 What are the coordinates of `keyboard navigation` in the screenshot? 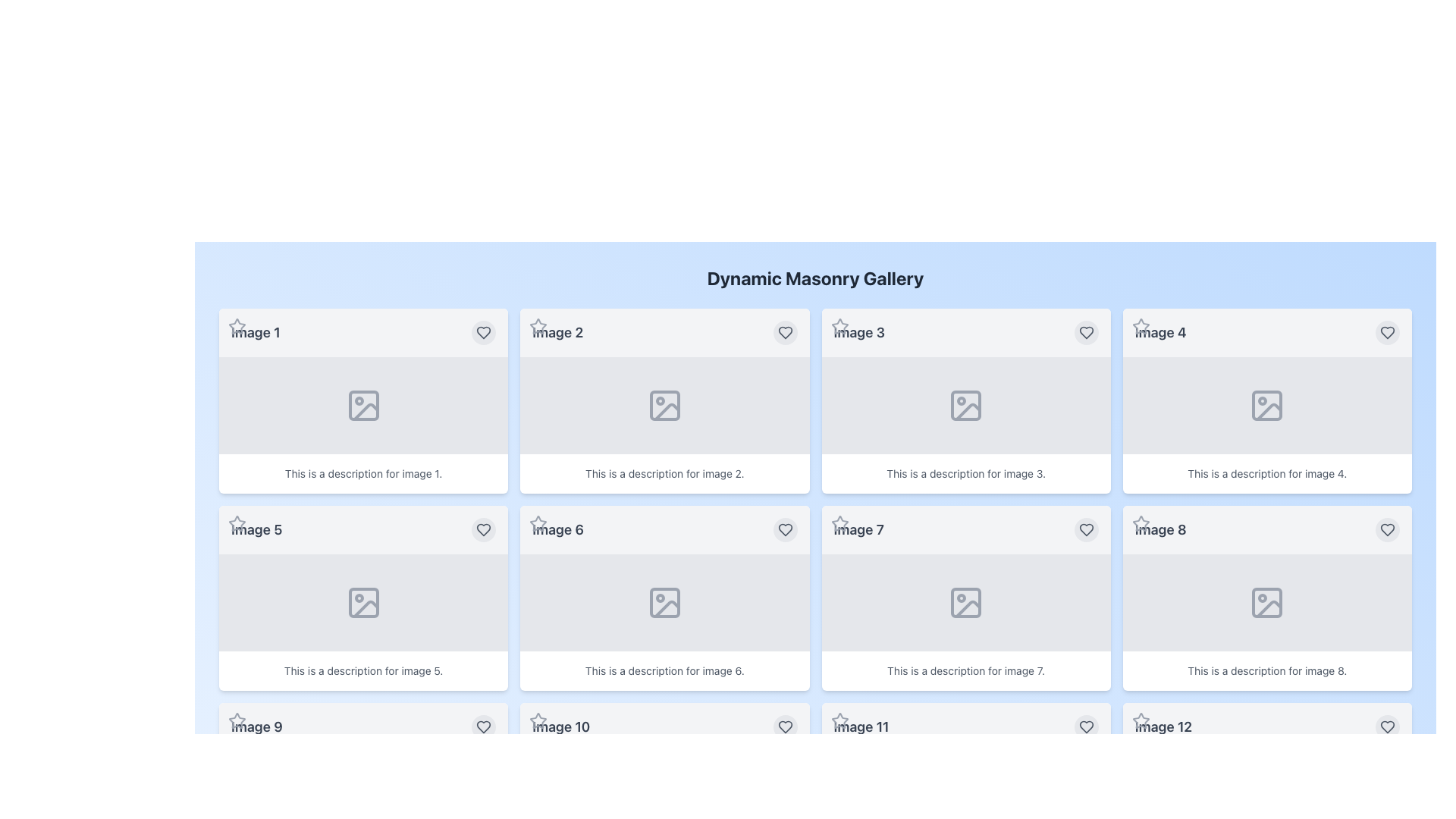 It's located at (839, 325).